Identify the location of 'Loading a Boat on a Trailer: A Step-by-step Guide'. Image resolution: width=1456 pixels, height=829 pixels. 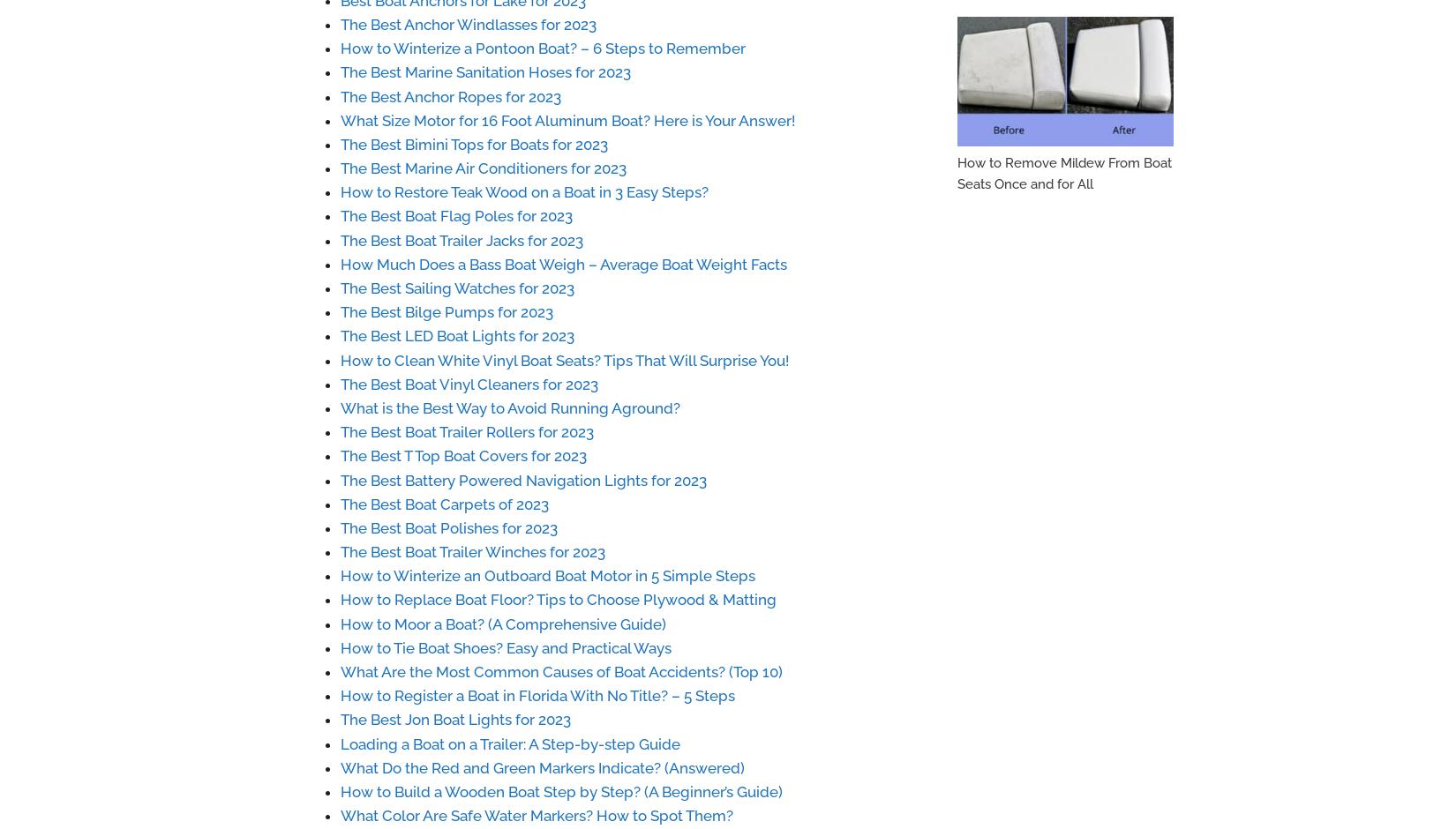
(509, 742).